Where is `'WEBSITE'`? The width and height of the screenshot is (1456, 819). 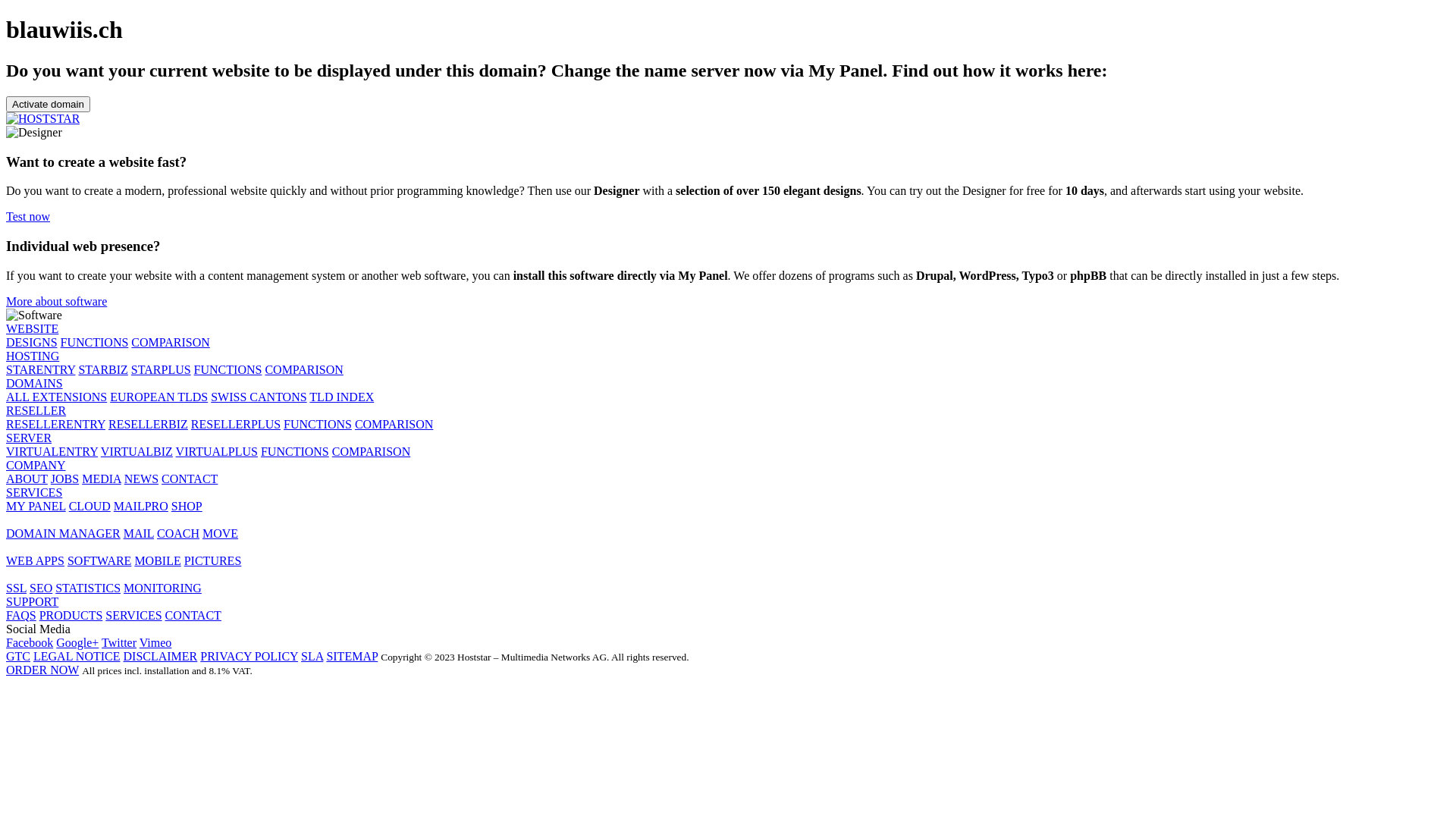 'WEBSITE' is located at coordinates (32, 328).